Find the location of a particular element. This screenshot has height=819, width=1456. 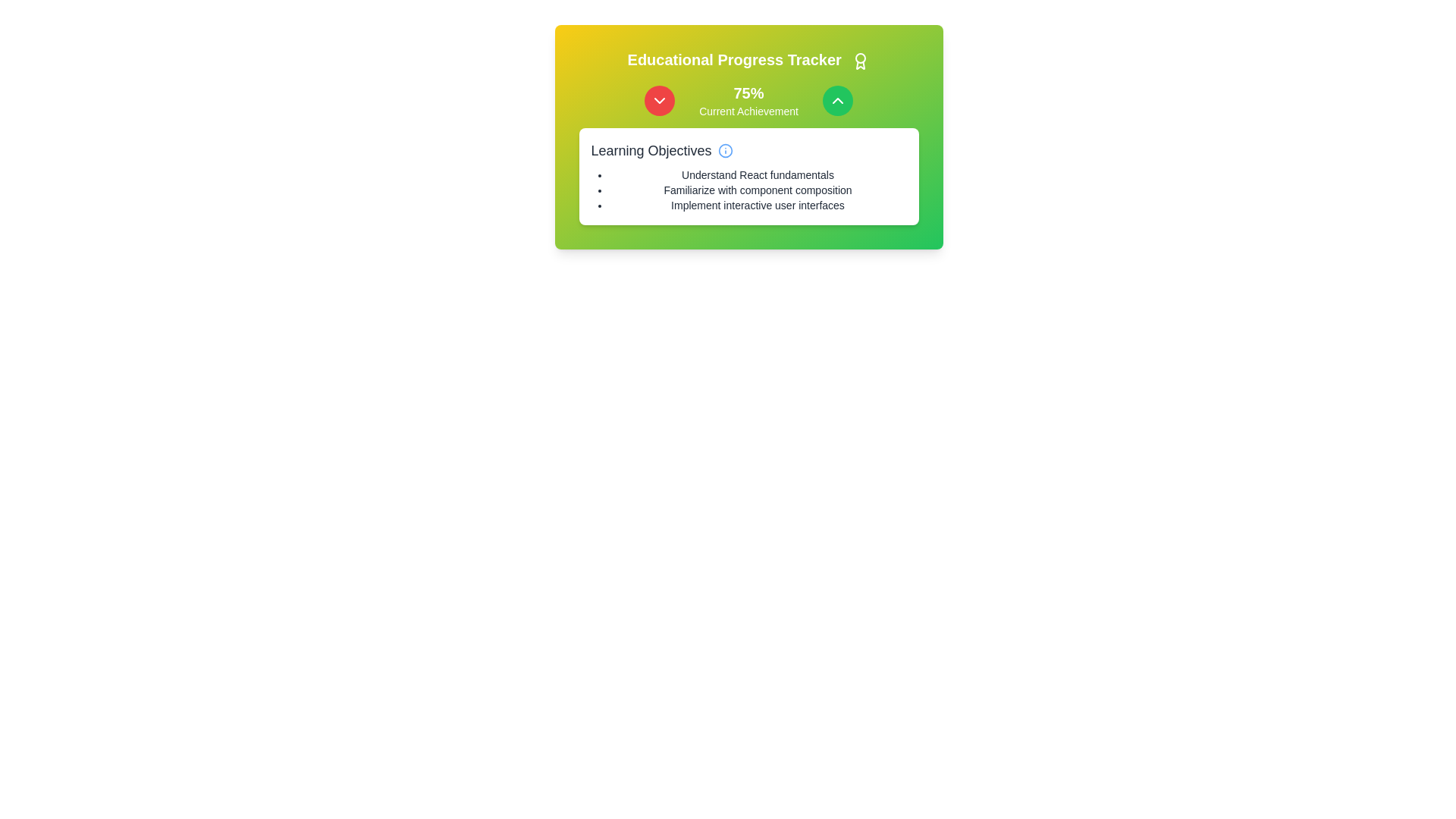

the third Text label in the vertical bulleted list within the 'Learning Objectives' section that provides information about the educational goals is located at coordinates (758, 205).